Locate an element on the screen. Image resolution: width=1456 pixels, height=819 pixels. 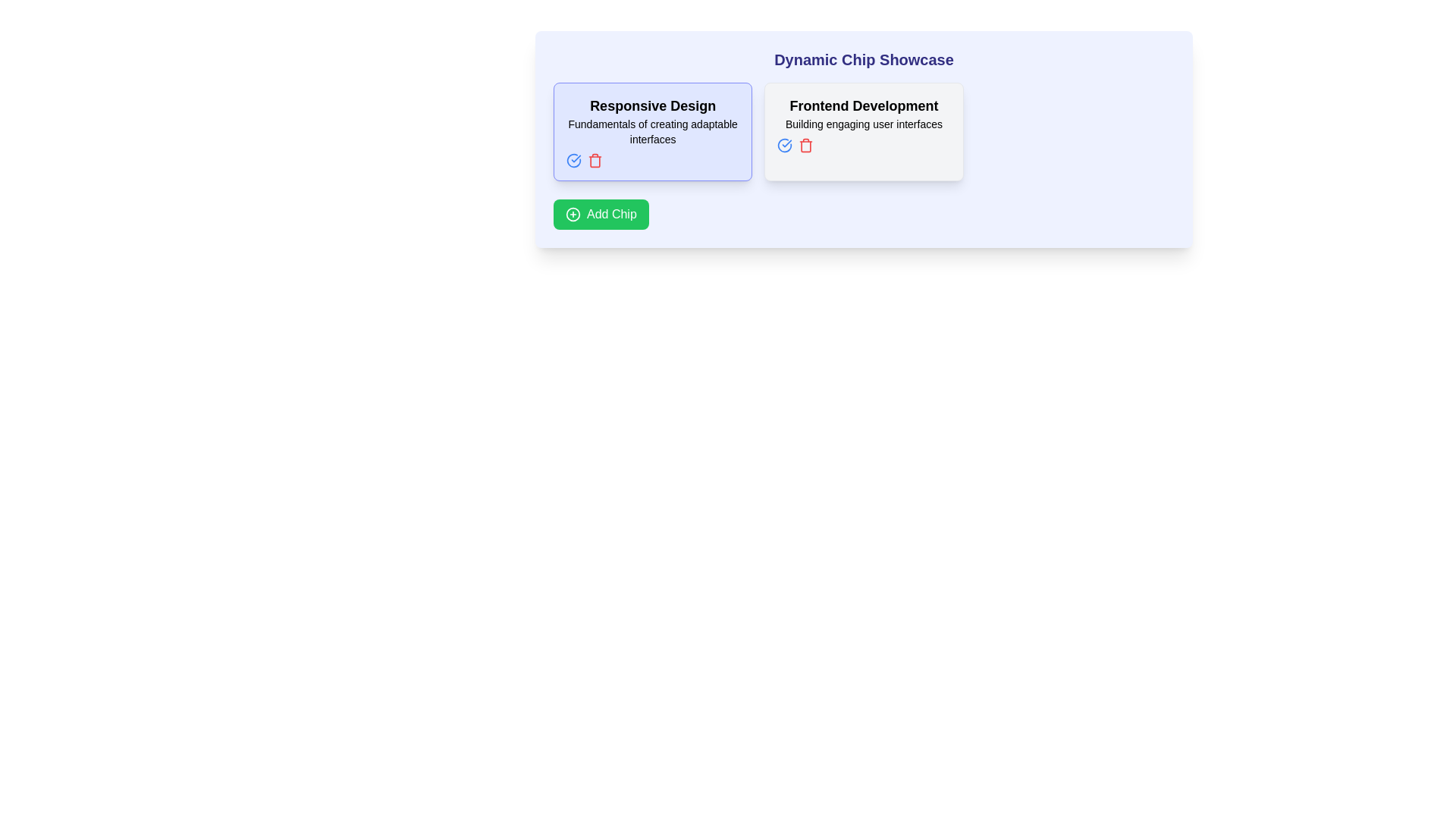
the small circular blue icon button with a checkmark symbol located at the top-left area of the 'Responsive Design' card is located at coordinates (573, 161).